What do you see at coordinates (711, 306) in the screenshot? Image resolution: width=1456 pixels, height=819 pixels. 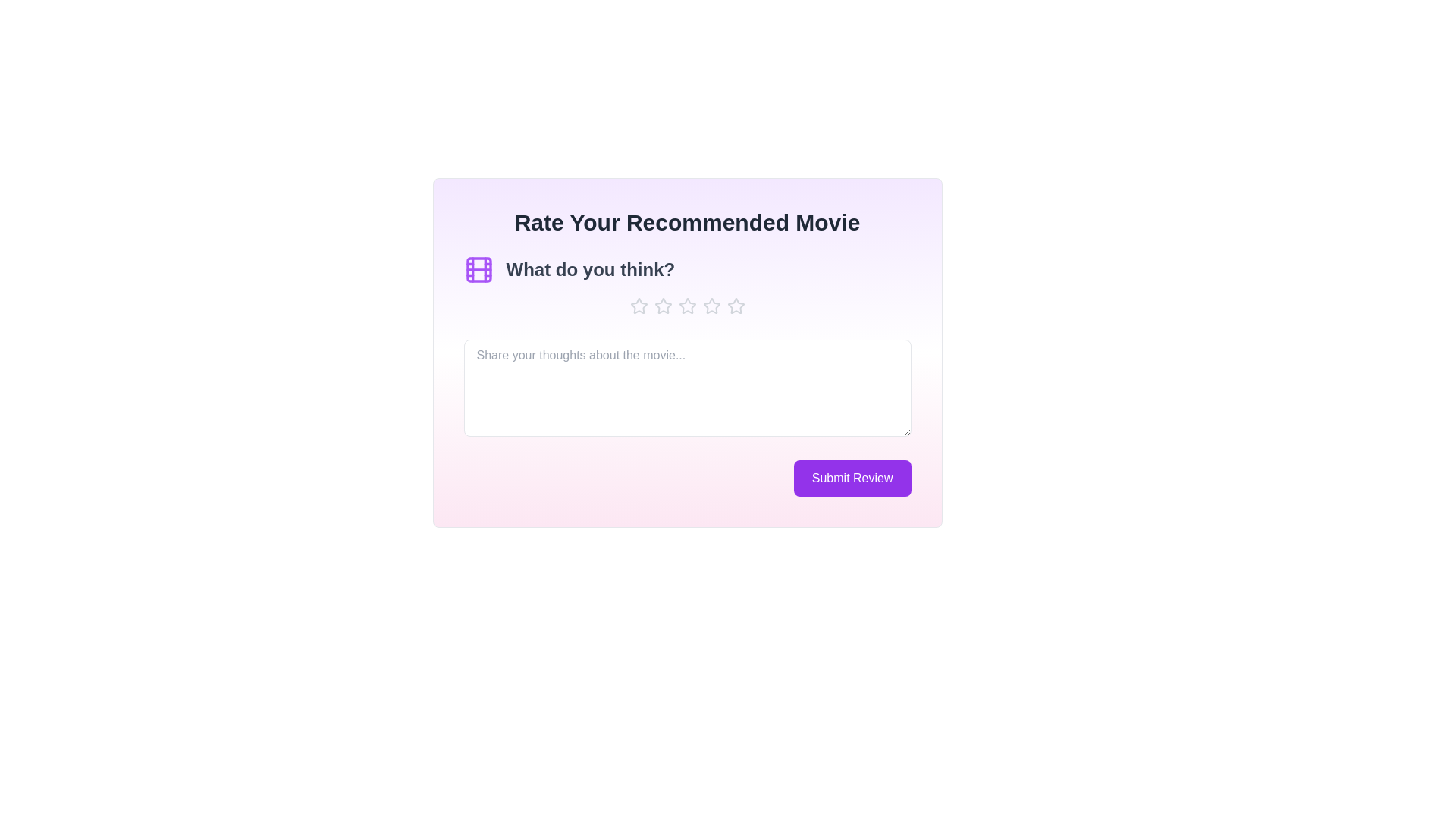 I see `the star icon to set the rating to 4` at bounding box center [711, 306].